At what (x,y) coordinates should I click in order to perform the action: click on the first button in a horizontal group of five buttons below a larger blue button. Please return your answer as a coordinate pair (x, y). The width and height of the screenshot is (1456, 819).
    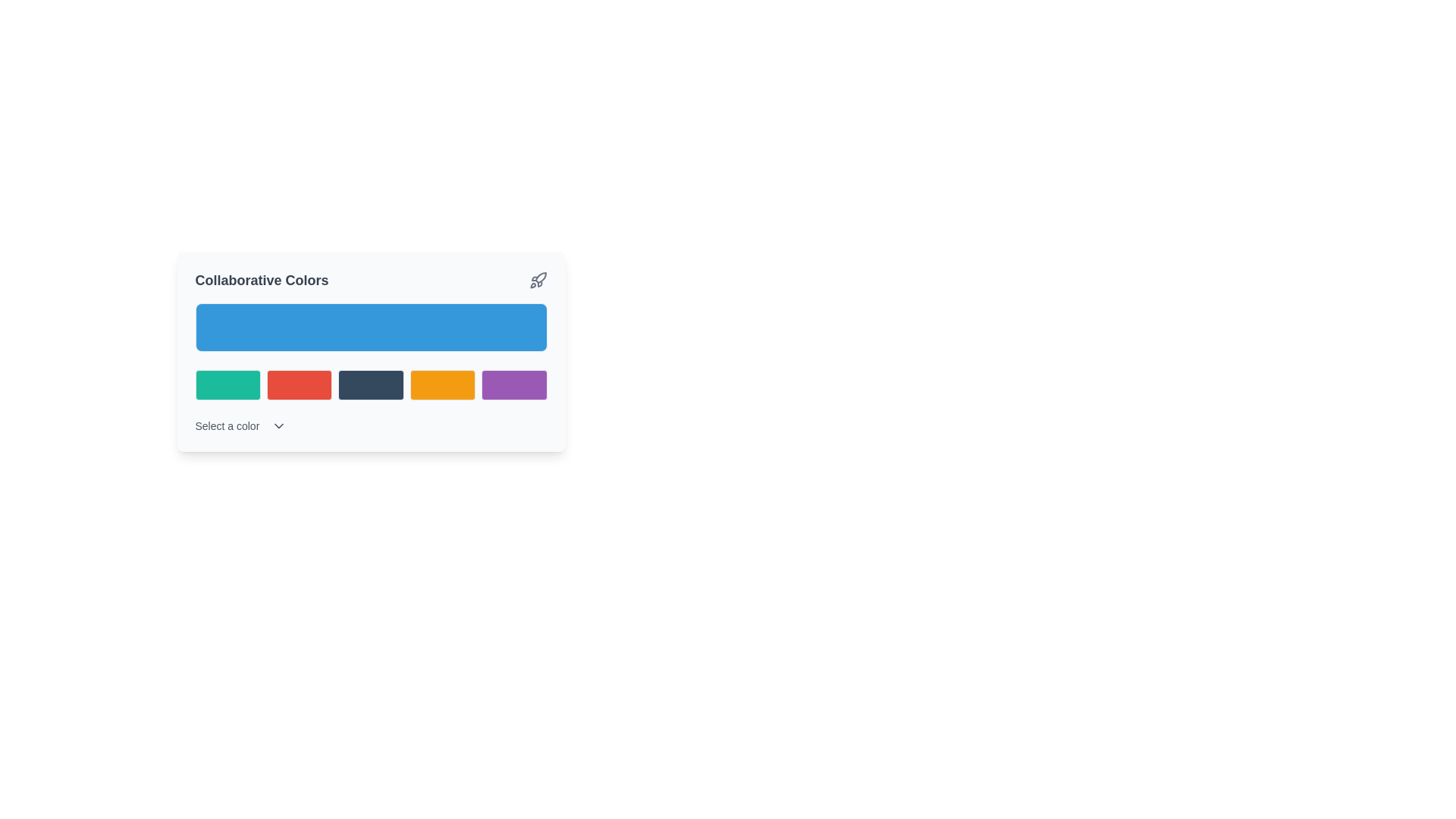
    Looking at the image, I should click on (227, 384).